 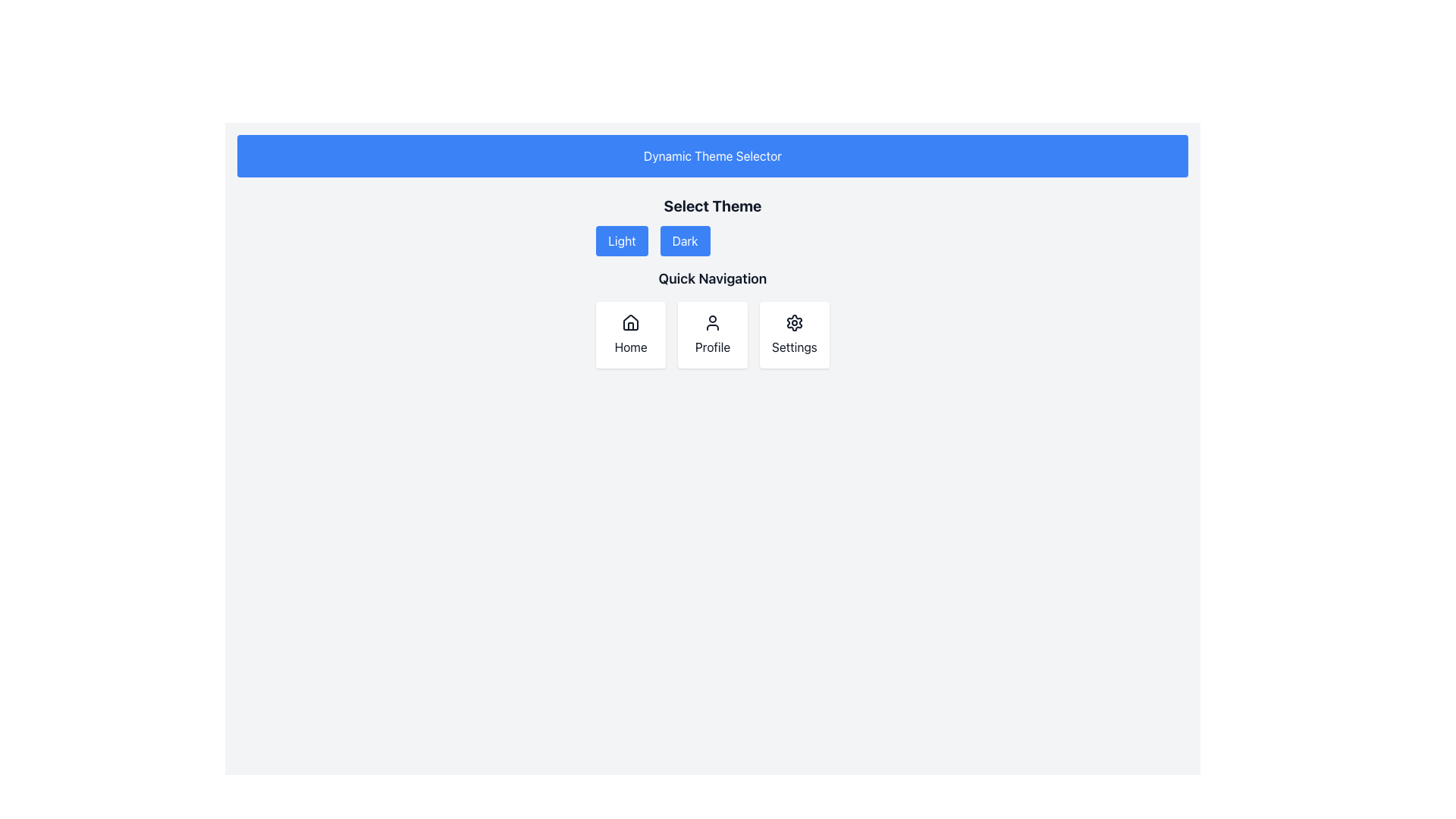 I want to click on the 'Home' button, the first card in the grid that navigates to the main page or dashboard, so click(x=631, y=334).